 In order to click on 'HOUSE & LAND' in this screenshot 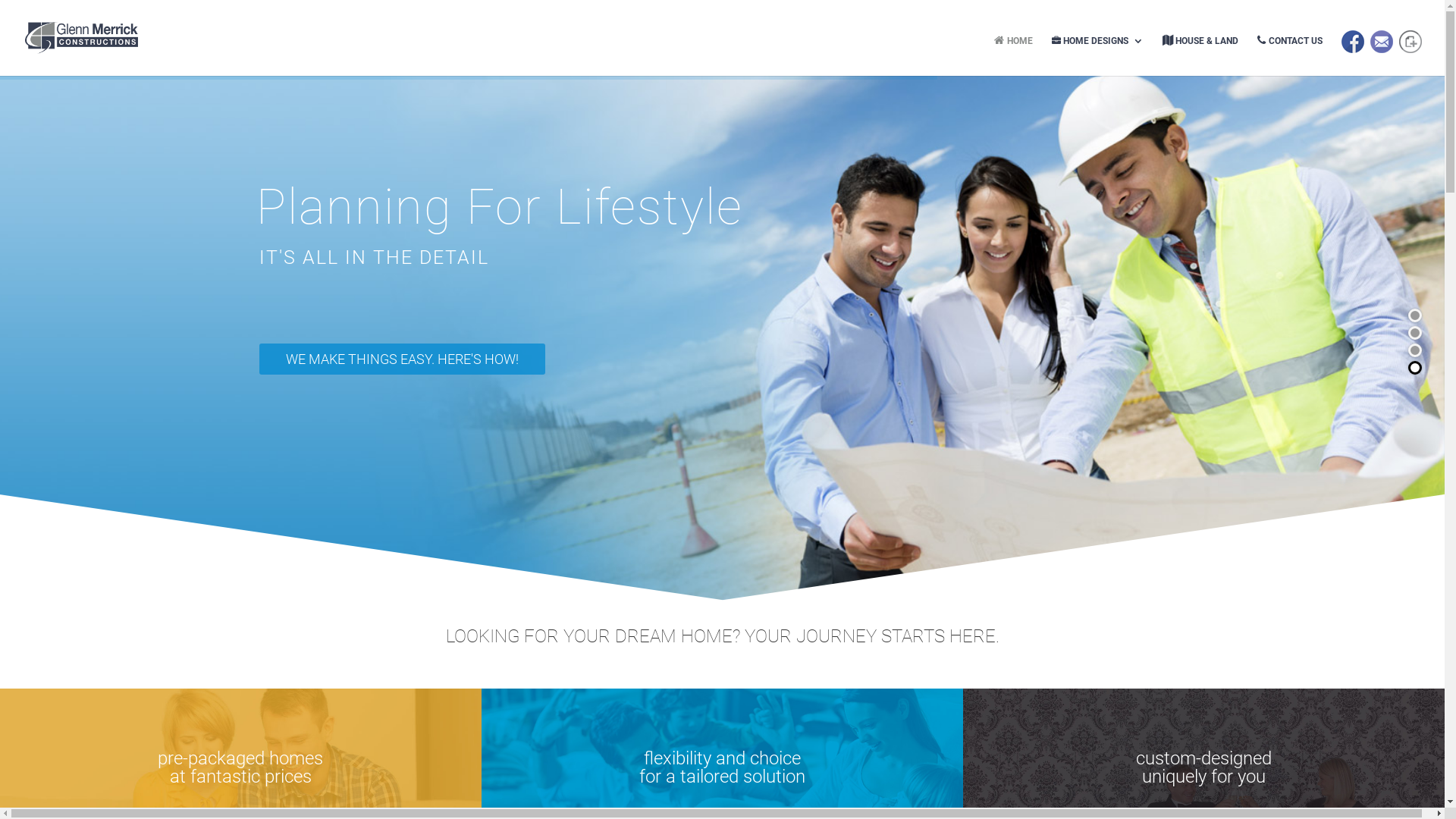, I will do `click(1200, 52)`.